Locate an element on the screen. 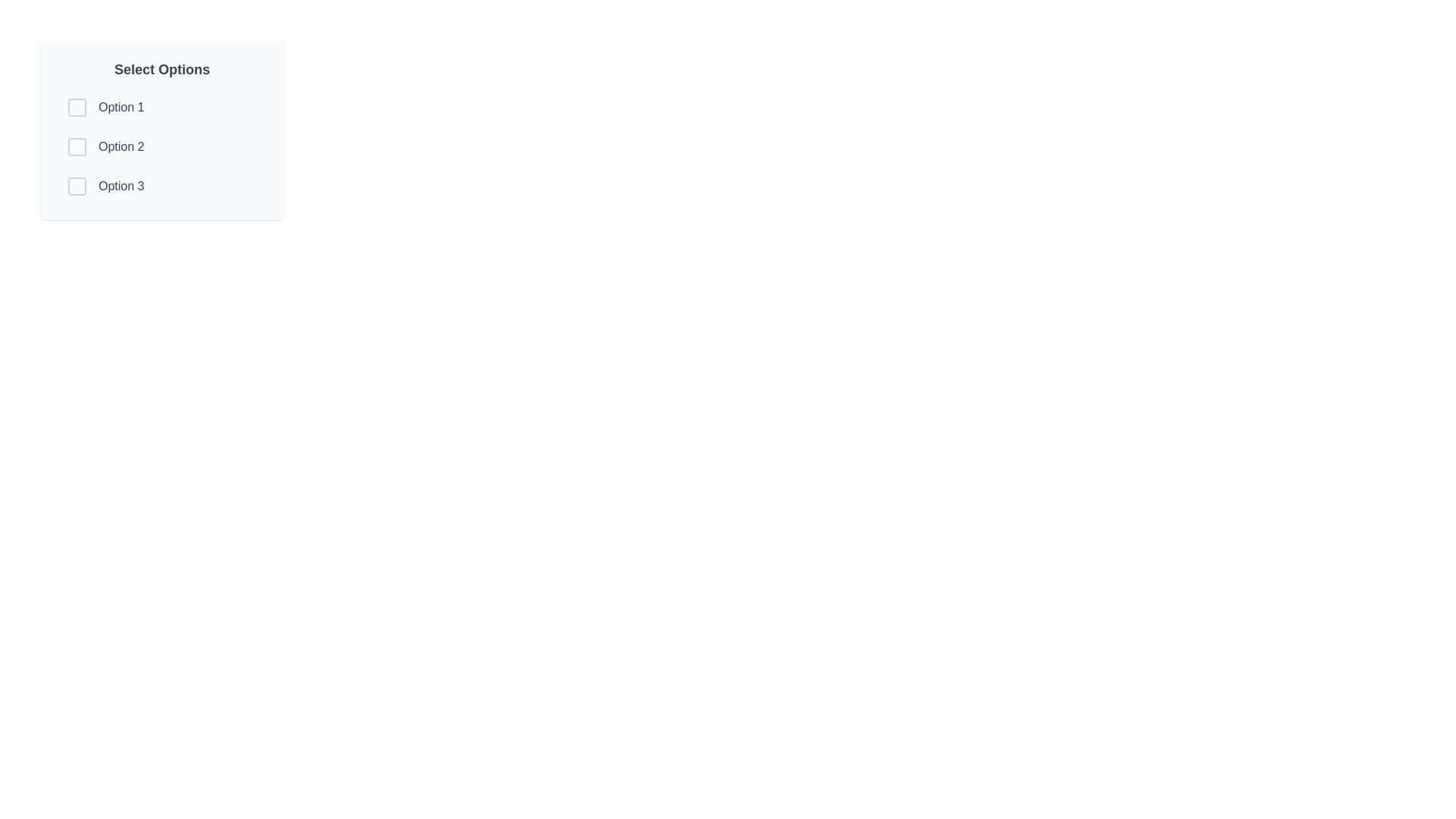 This screenshot has height=819, width=1456. the checkbox corresponding to 'Option 3' is located at coordinates (76, 186).